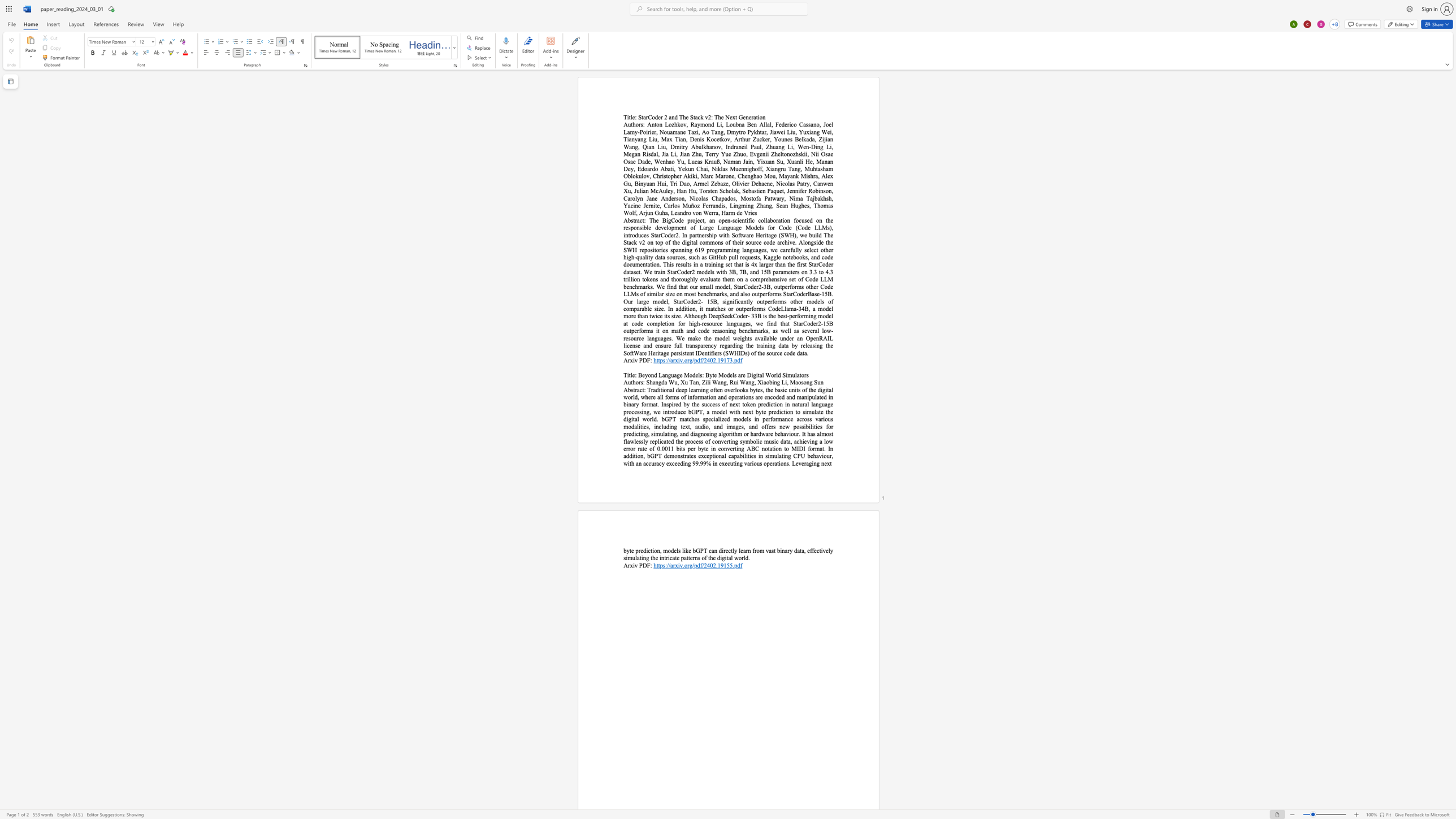 This screenshot has width=1456, height=819. What do you see at coordinates (704, 382) in the screenshot?
I see `the space between the continuous character "Z" and "i" in the text` at bounding box center [704, 382].